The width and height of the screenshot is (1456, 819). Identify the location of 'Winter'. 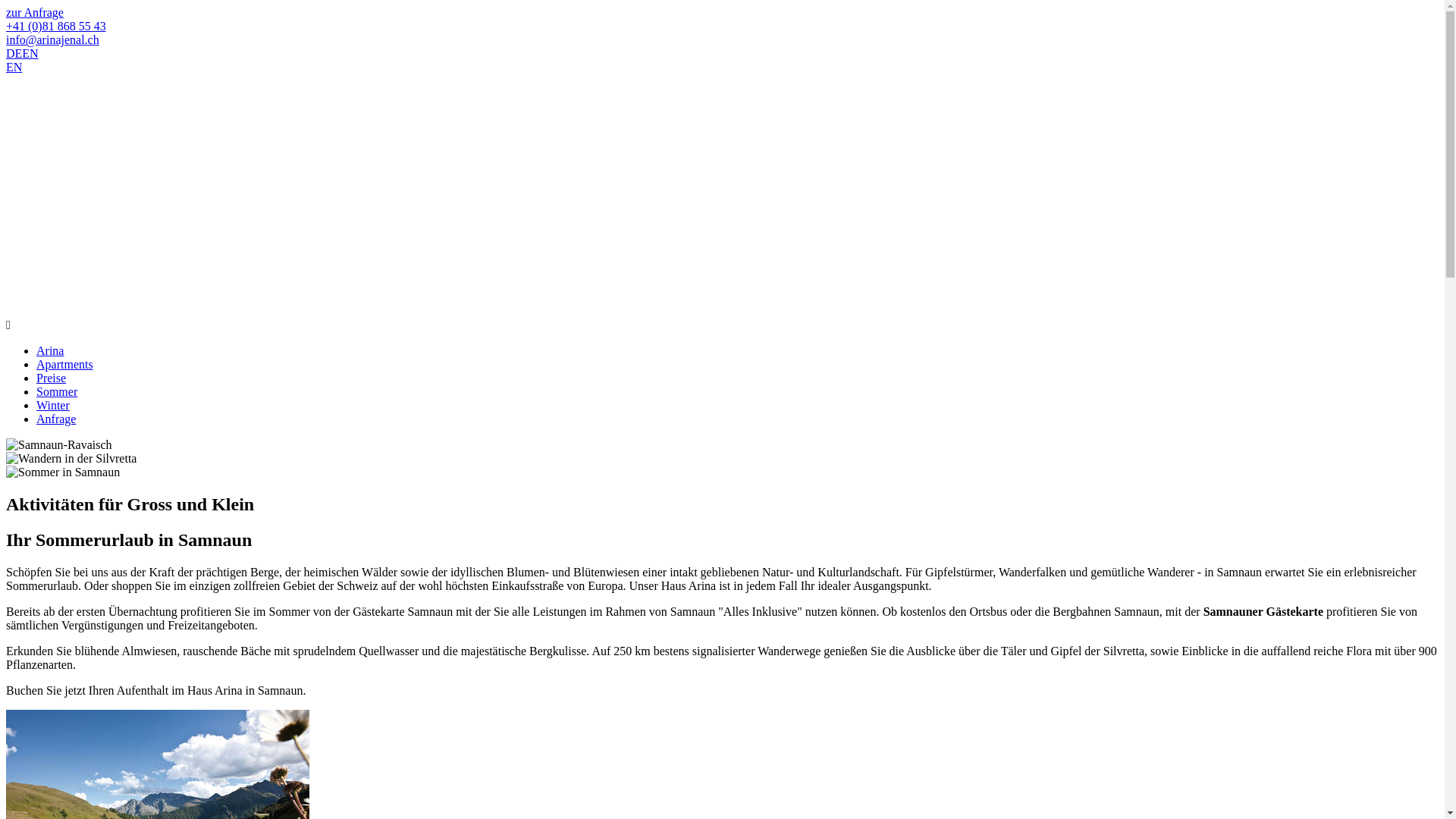
(53, 404).